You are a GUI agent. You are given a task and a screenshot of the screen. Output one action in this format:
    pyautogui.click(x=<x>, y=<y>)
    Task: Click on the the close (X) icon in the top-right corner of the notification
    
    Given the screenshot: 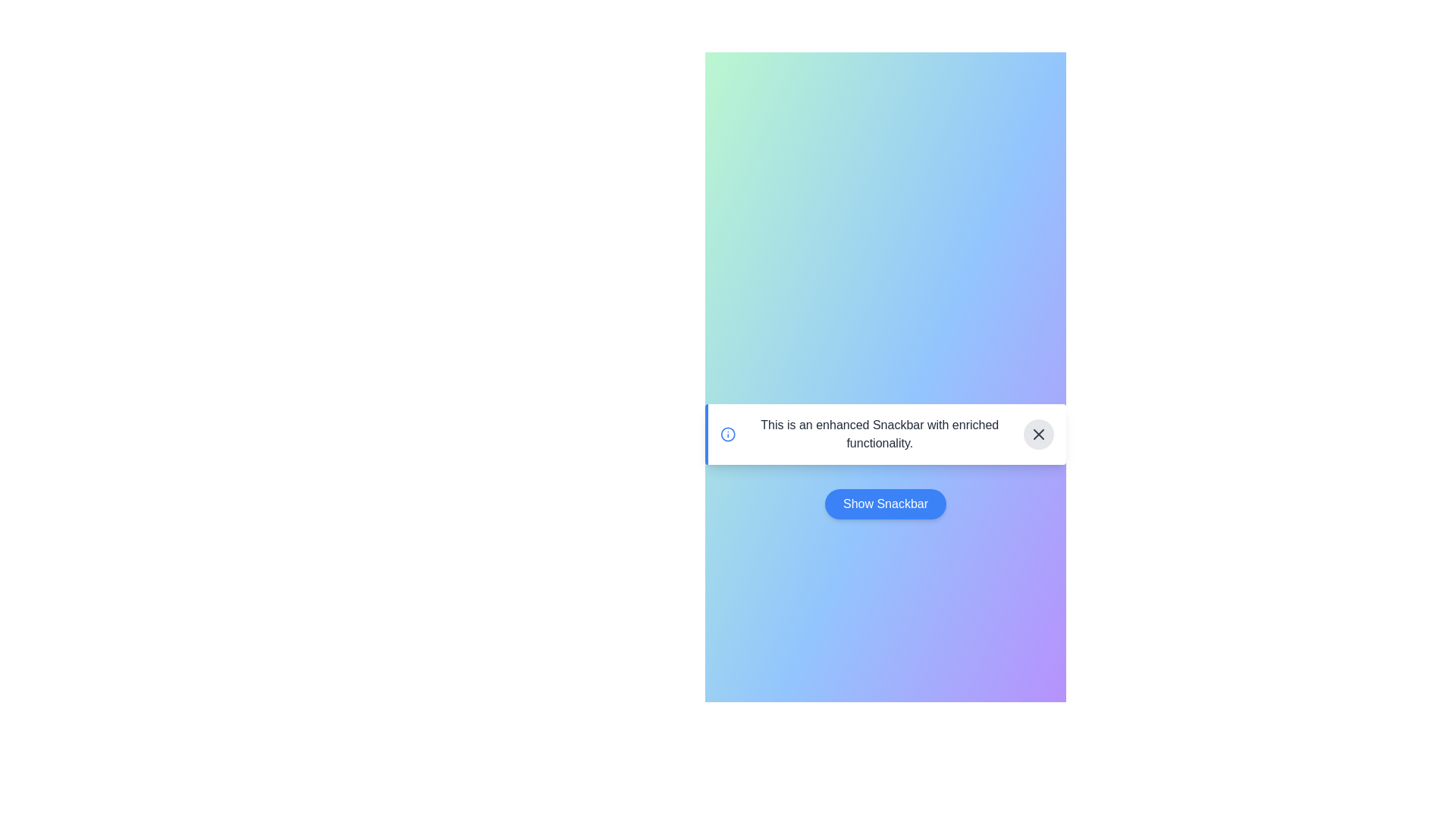 What is the action you would take?
    pyautogui.click(x=1037, y=435)
    